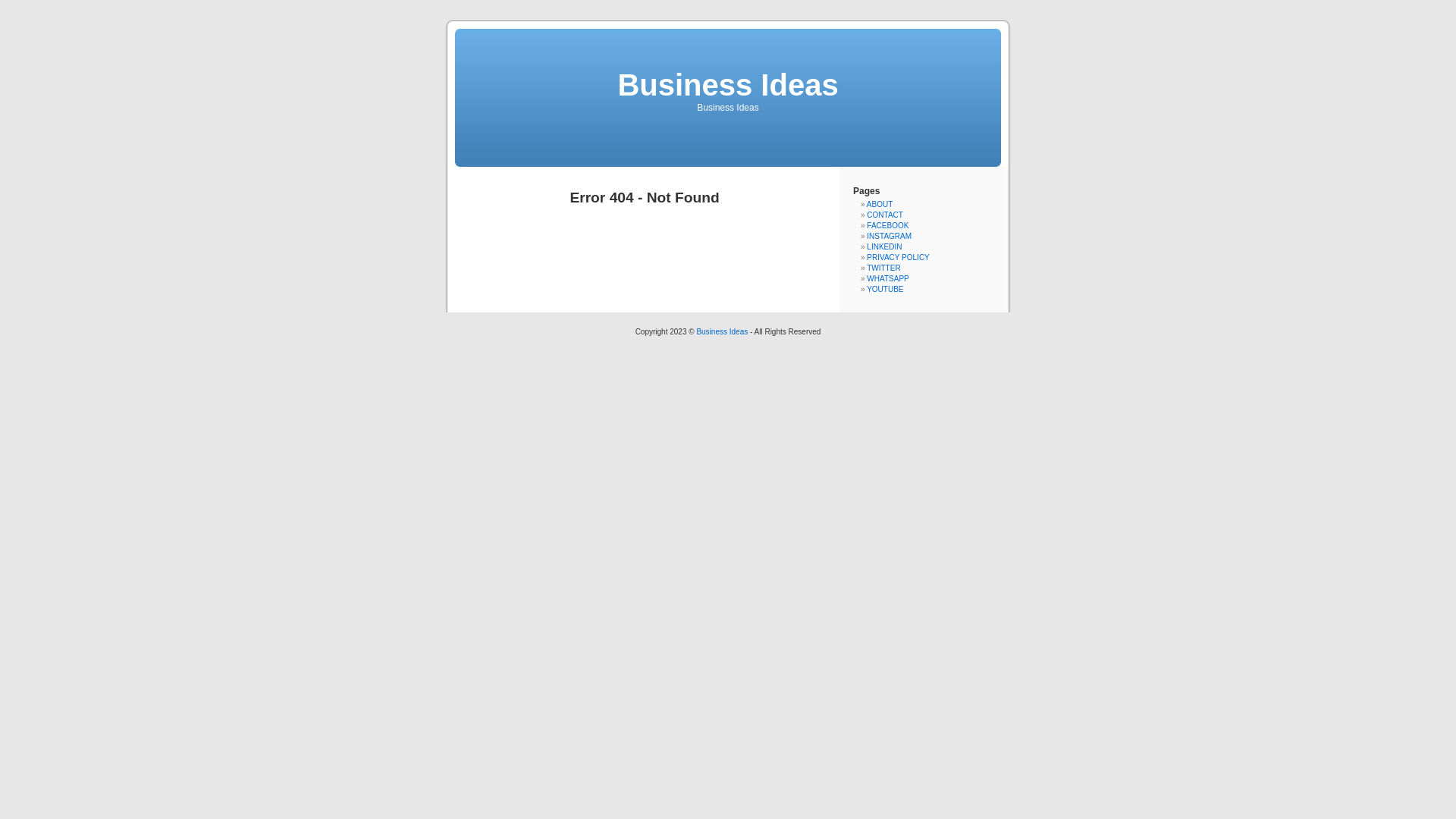 The width and height of the screenshot is (1456, 819). I want to click on 'WHATSAPP', so click(887, 278).